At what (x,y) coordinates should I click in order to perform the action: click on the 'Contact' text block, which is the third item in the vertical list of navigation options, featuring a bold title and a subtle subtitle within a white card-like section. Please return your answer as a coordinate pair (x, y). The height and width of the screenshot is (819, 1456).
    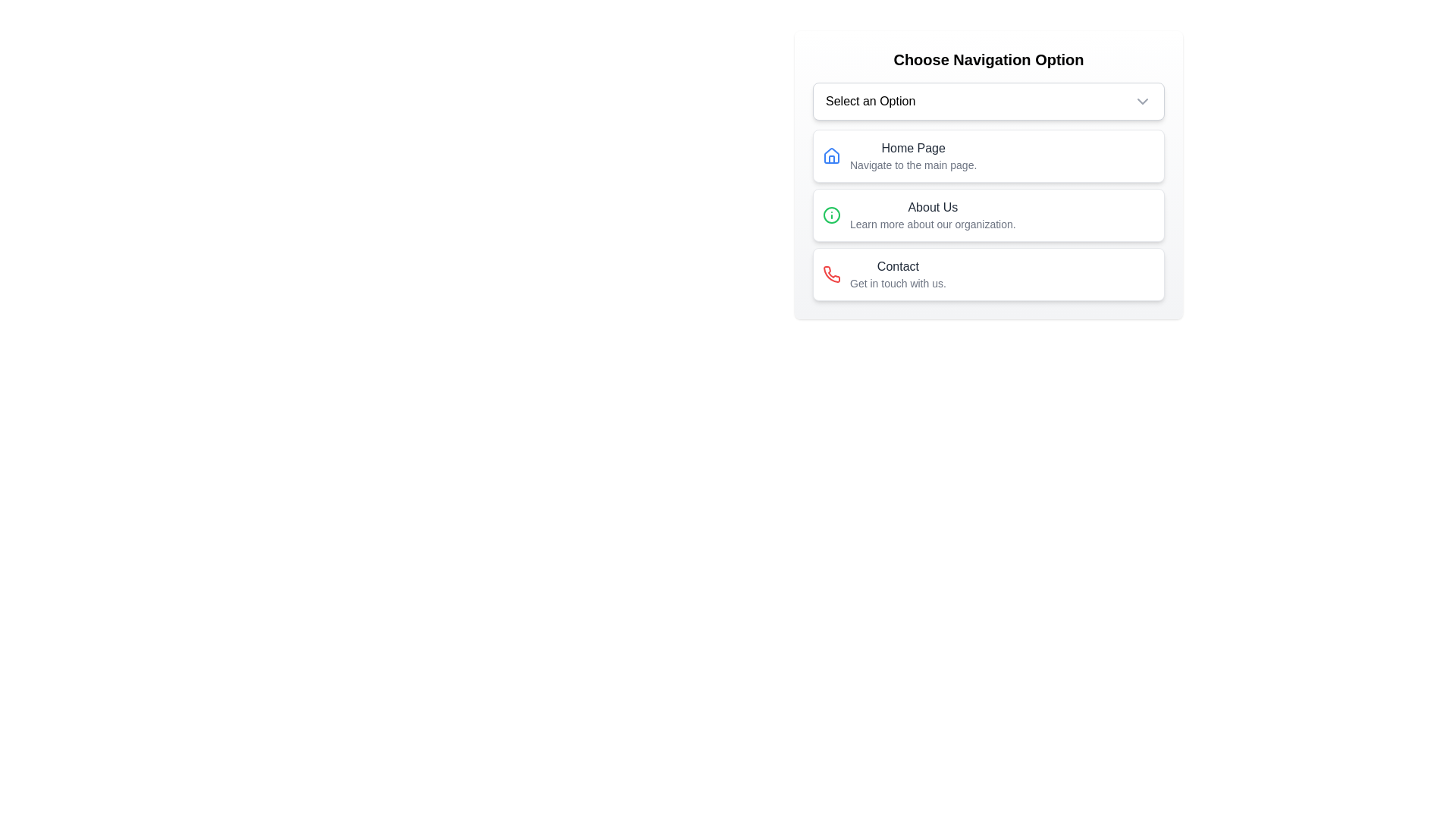
    Looking at the image, I should click on (898, 275).